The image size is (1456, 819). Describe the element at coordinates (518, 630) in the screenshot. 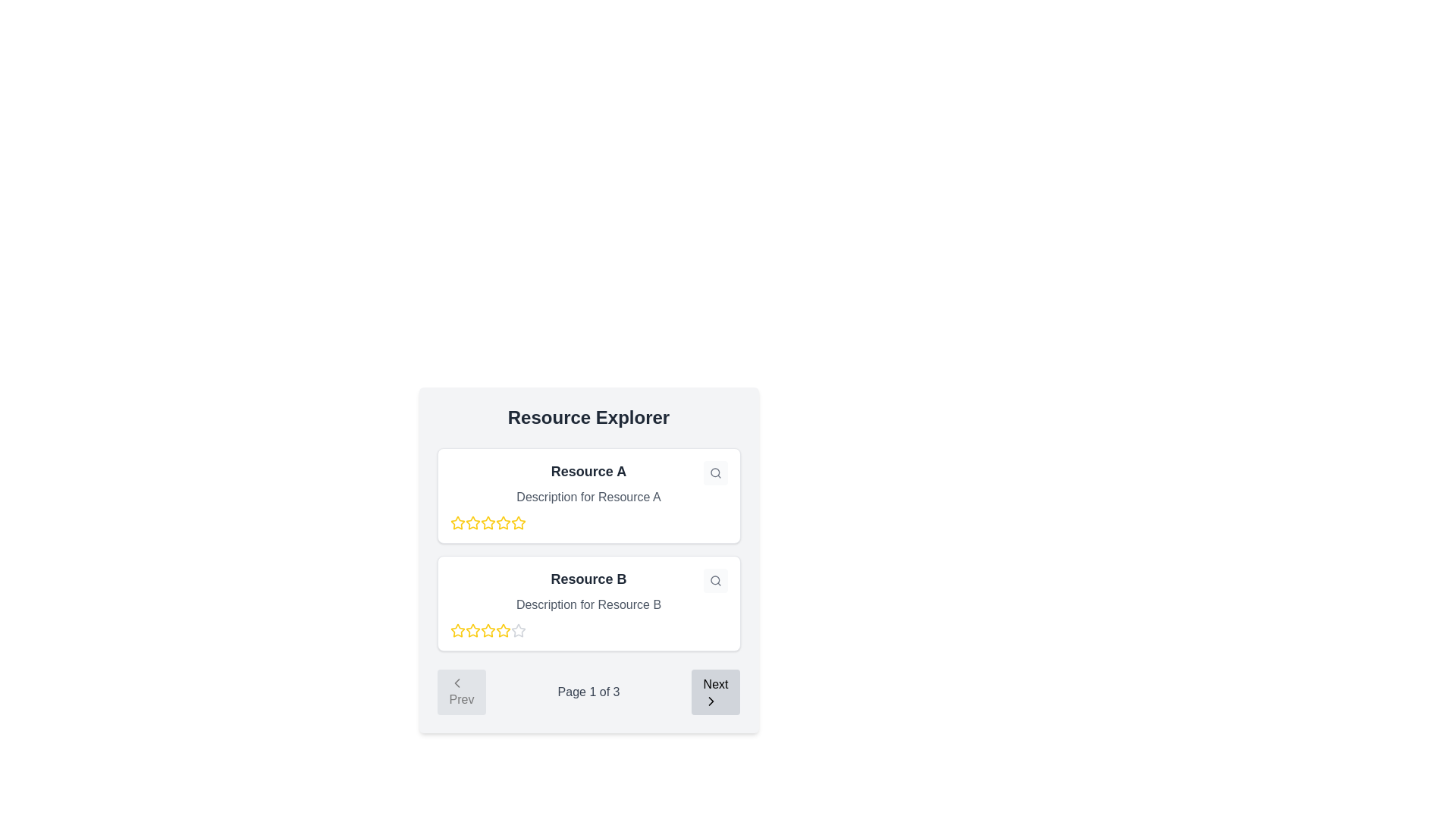

I see `the fourth star icon representing the fourth rating level for 'Resource B'` at that location.